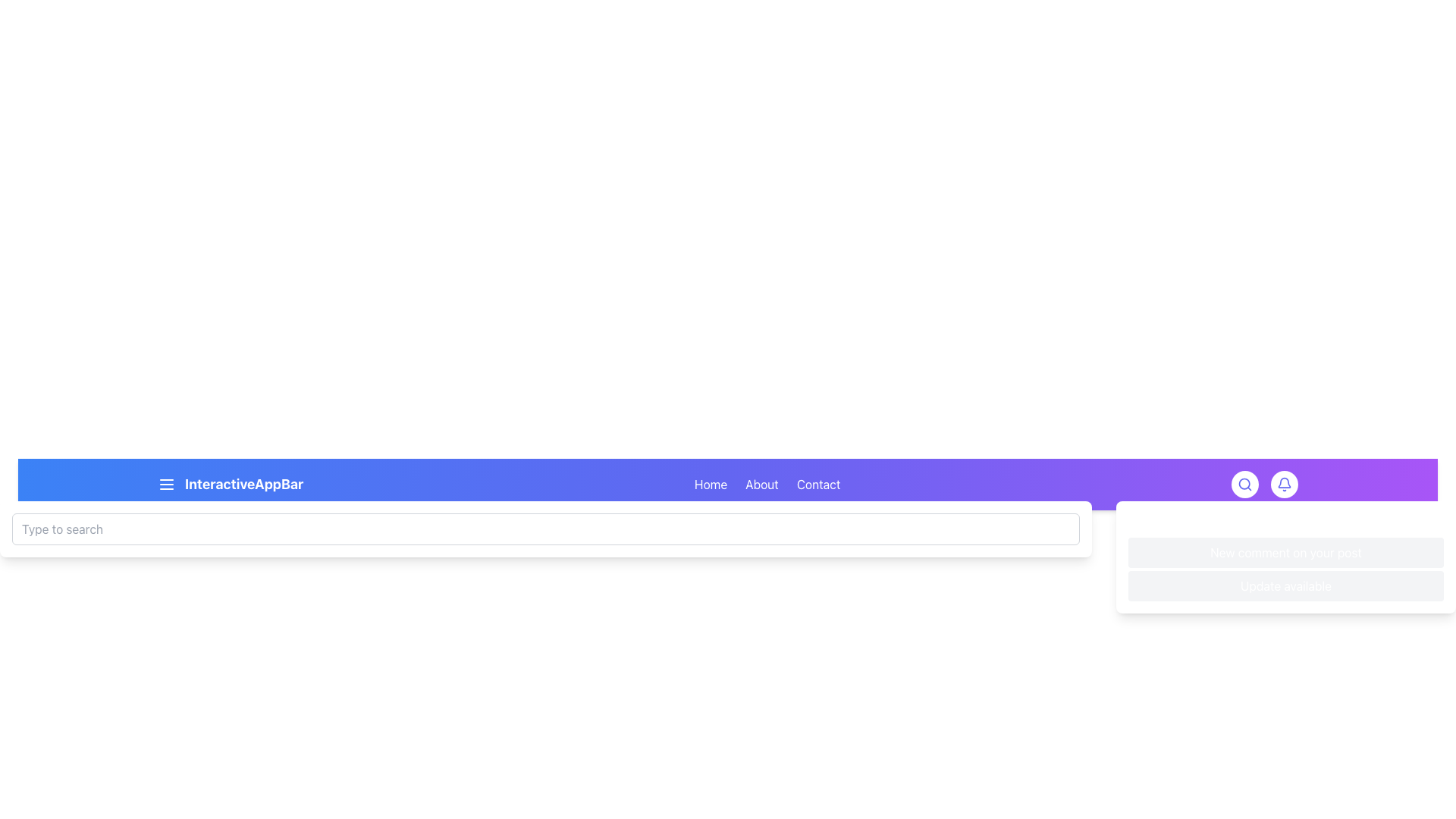 The width and height of the screenshot is (1456, 819). Describe the element at coordinates (1284, 482) in the screenshot. I see `the bell icon located in the top-right section of the interface` at that location.